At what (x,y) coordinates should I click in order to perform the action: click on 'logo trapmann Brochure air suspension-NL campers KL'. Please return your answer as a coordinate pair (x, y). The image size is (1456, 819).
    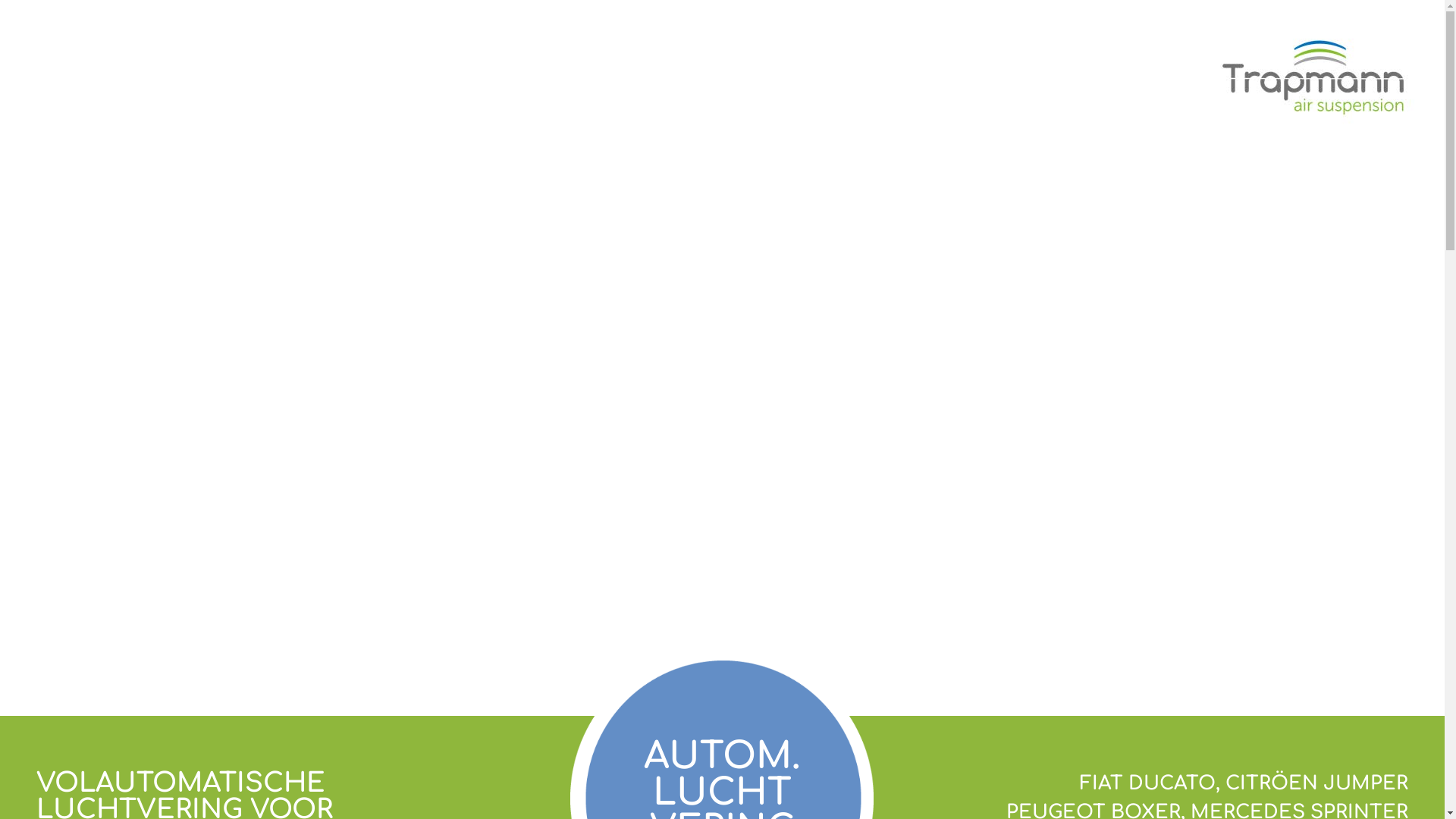
    Looking at the image, I should click on (1319, 77).